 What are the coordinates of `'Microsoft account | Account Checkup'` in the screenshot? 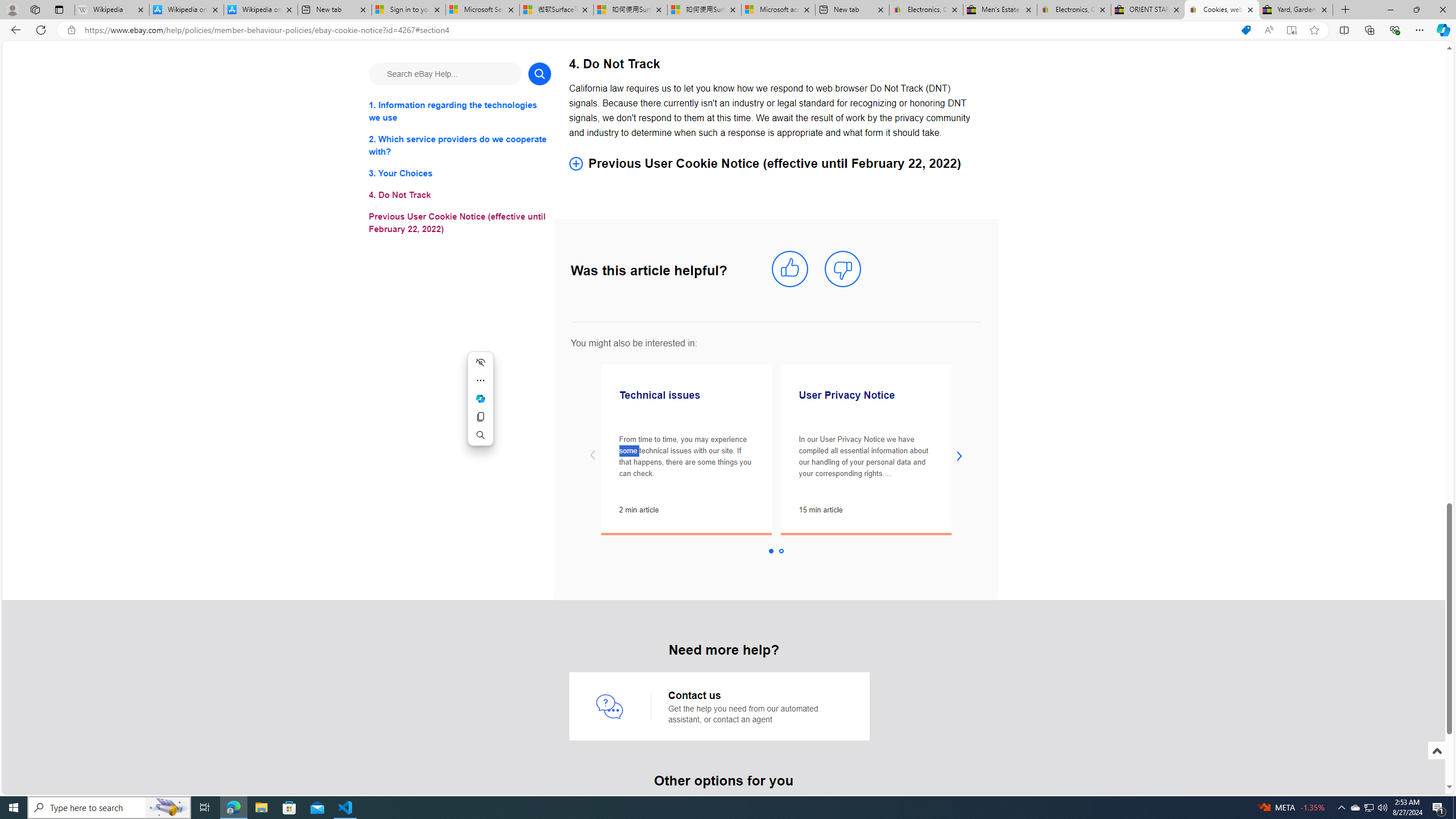 It's located at (777, 9).